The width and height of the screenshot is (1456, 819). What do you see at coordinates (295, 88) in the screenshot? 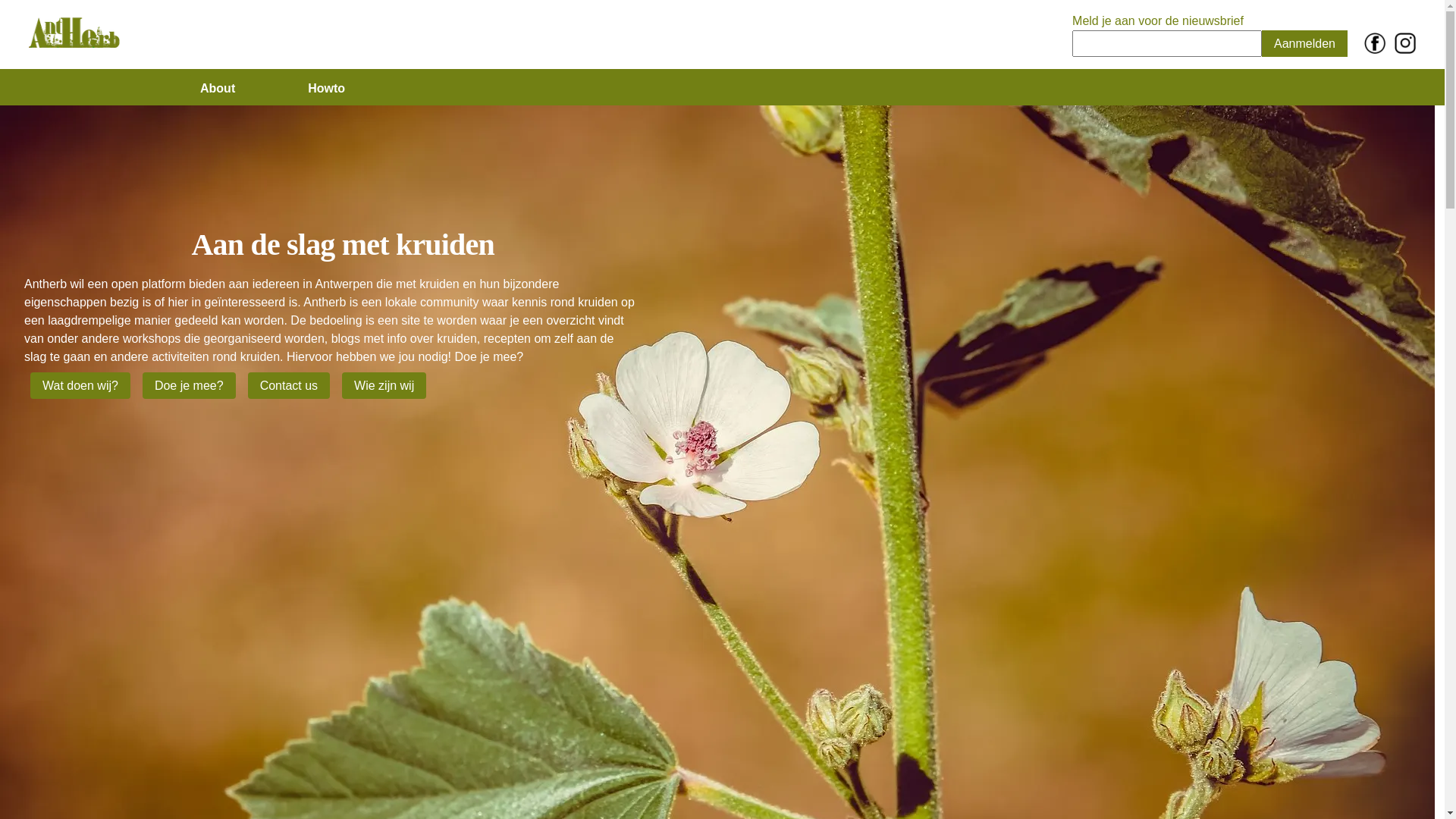
I see `'Howto'` at bounding box center [295, 88].